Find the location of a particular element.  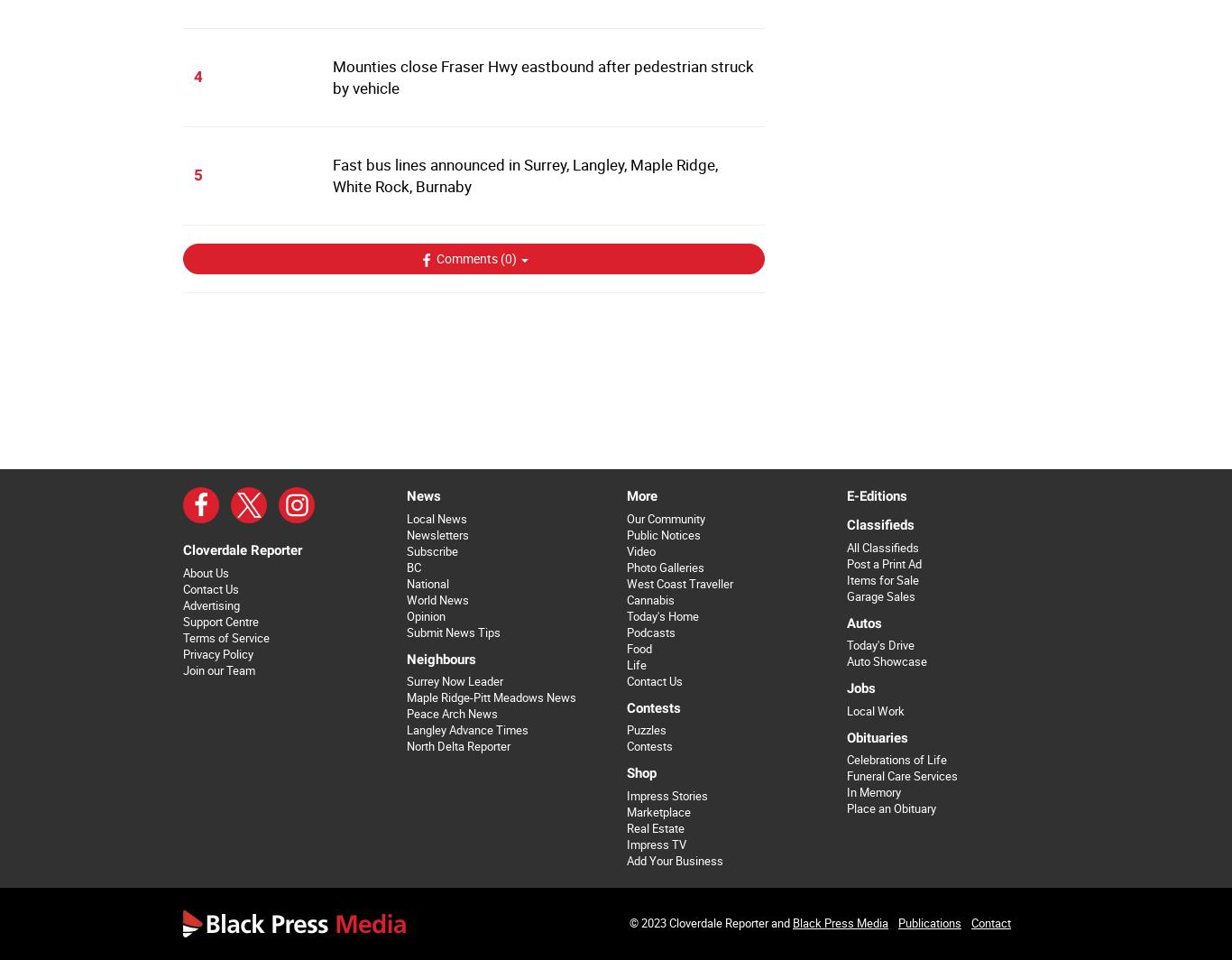

'Classifieds' is located at coordinates (879, 524).